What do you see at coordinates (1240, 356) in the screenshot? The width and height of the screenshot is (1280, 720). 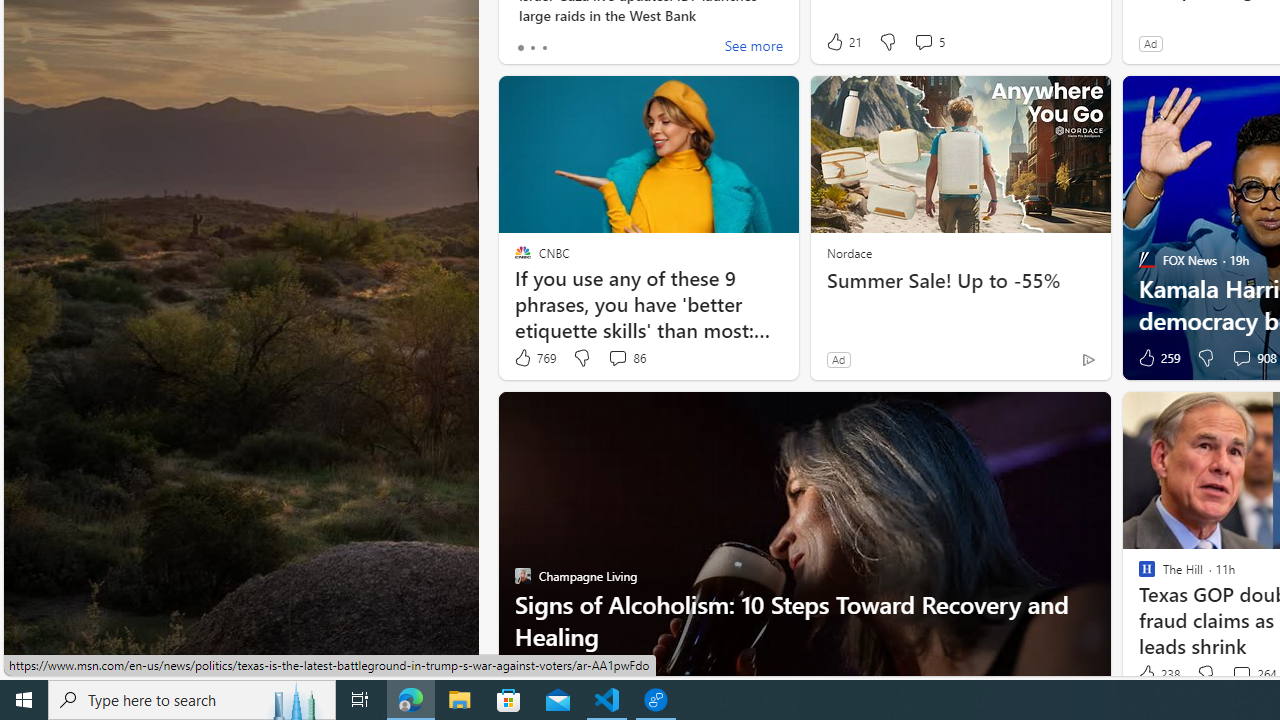 I see `'View comments 908 Comment'` at bounding box center [1240, 356].